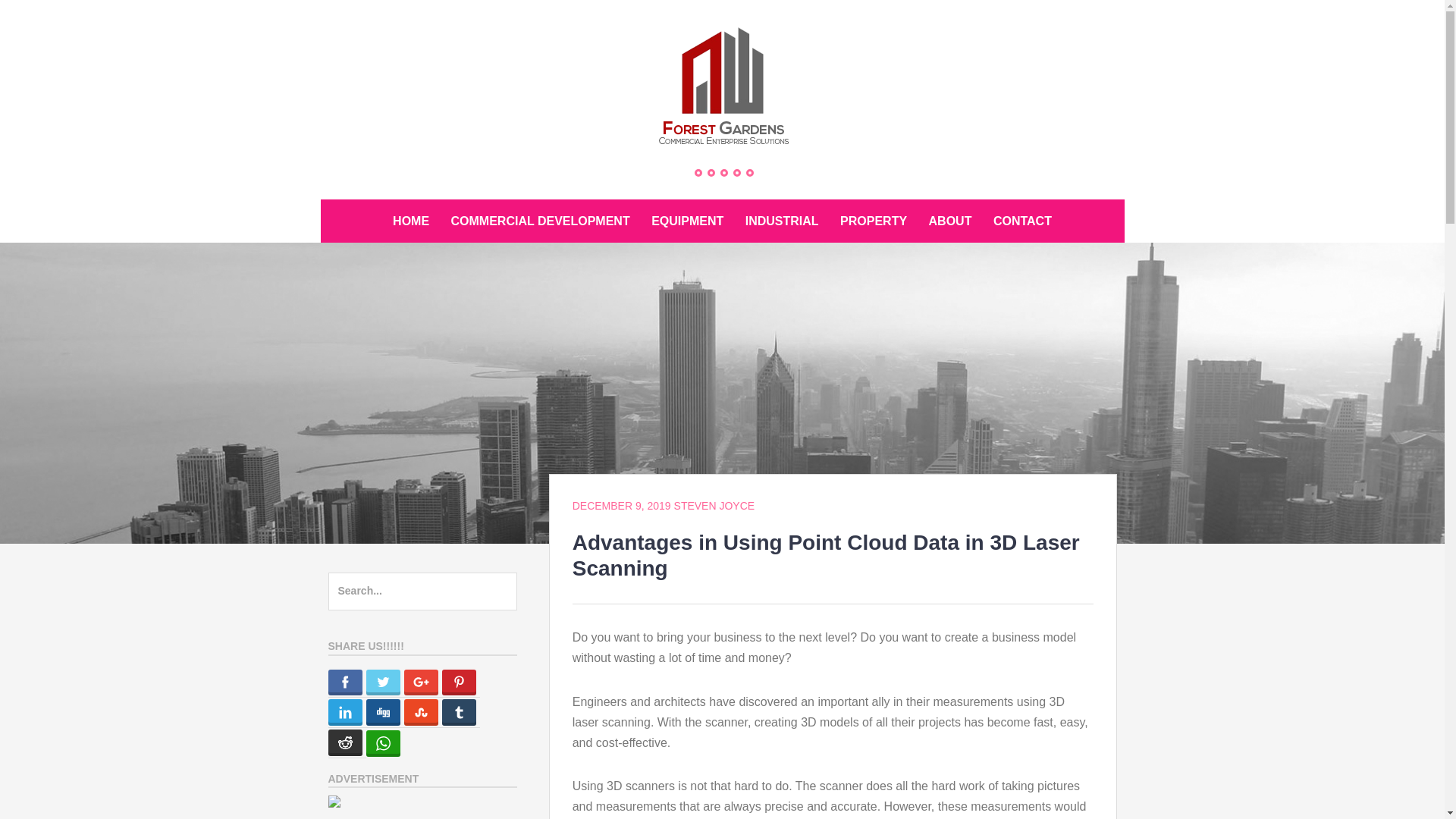  I want to click on 'DECEMBER 9, 2019', so click(622, 506).